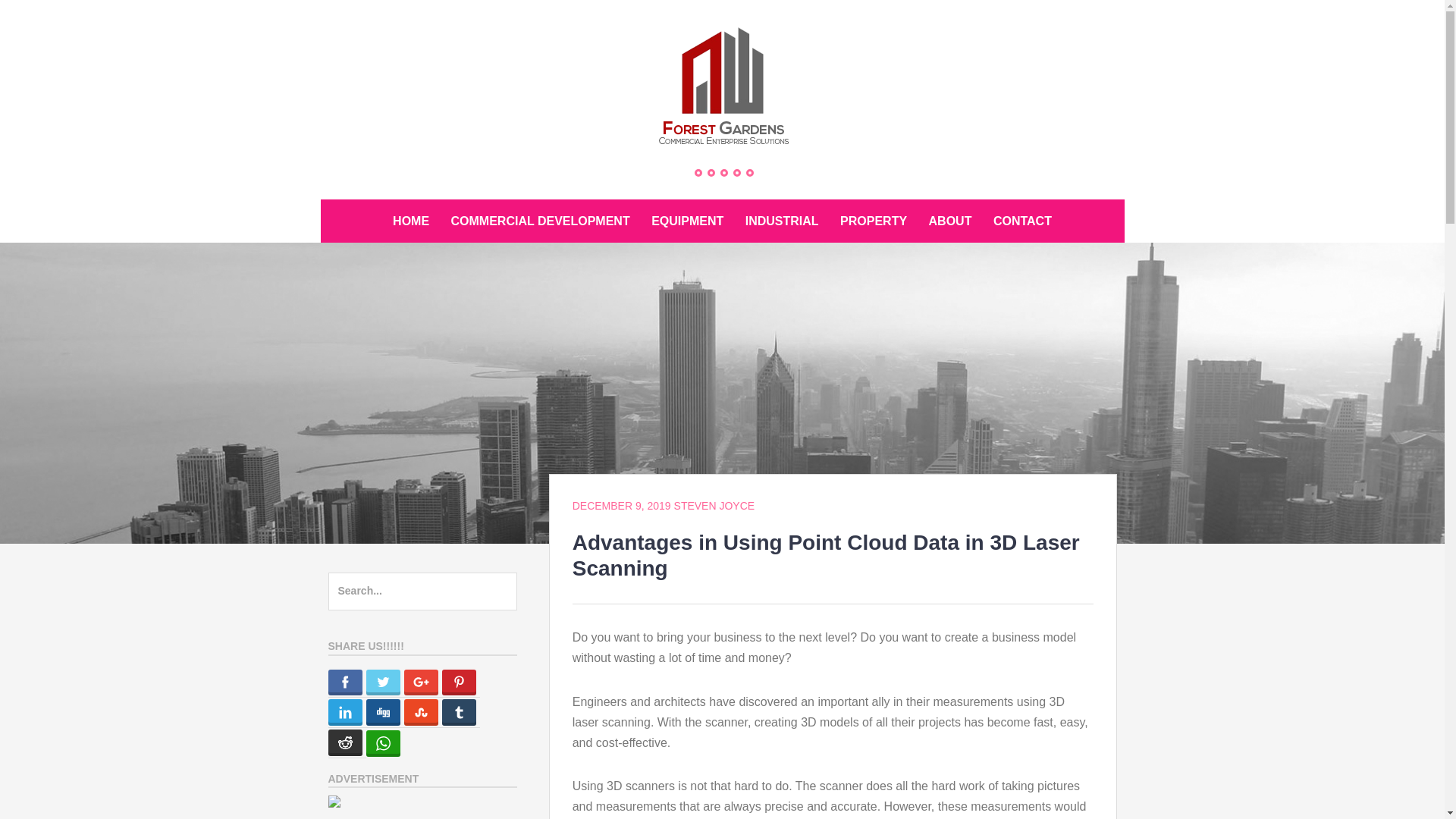  I want to click on 'DECEMBER 9, 2019', so click(622, 506).